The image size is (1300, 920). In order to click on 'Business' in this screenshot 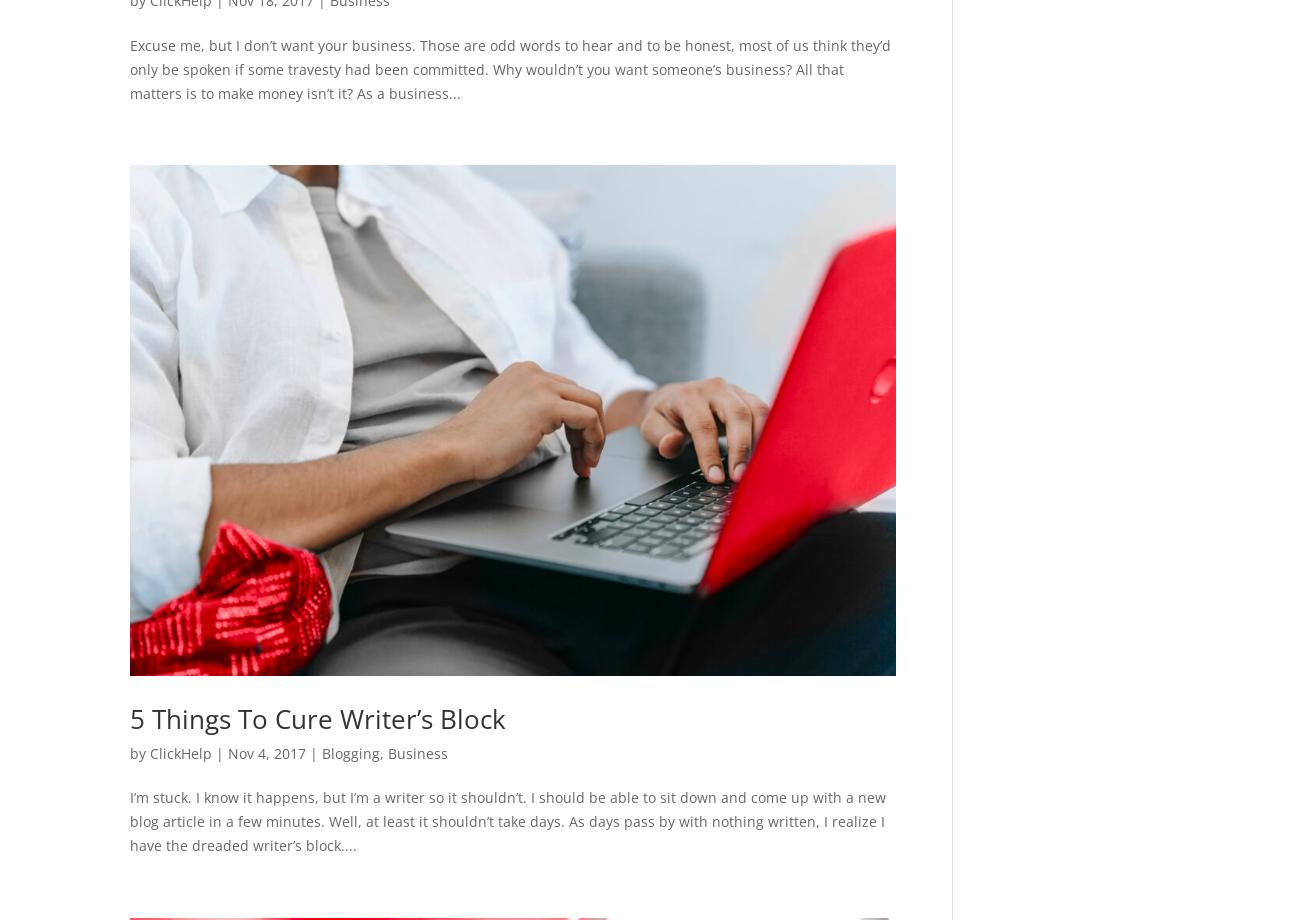, I will do `click(417, 752)`.